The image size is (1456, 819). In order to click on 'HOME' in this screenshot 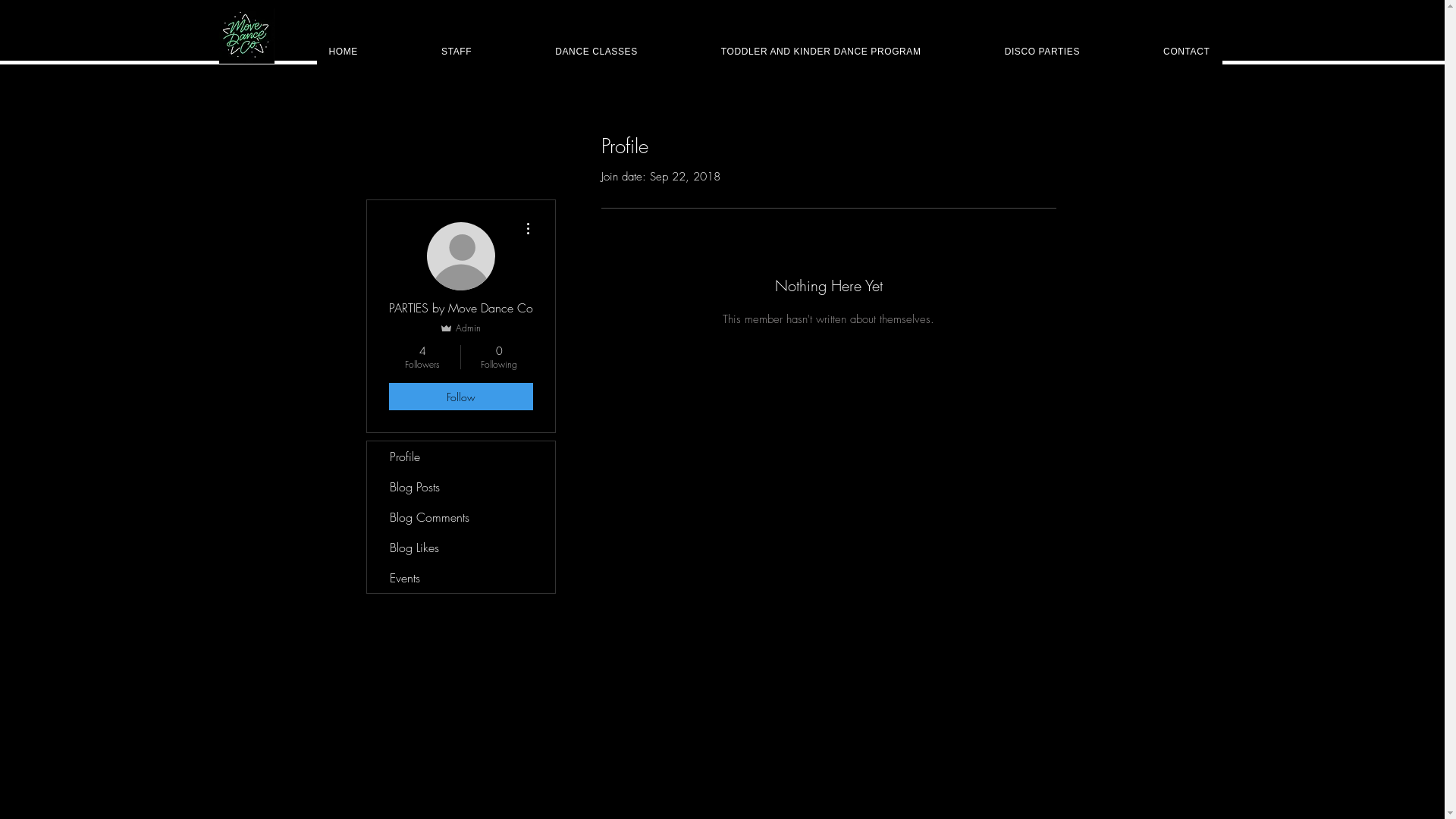, I will do `click(343, 51)`.